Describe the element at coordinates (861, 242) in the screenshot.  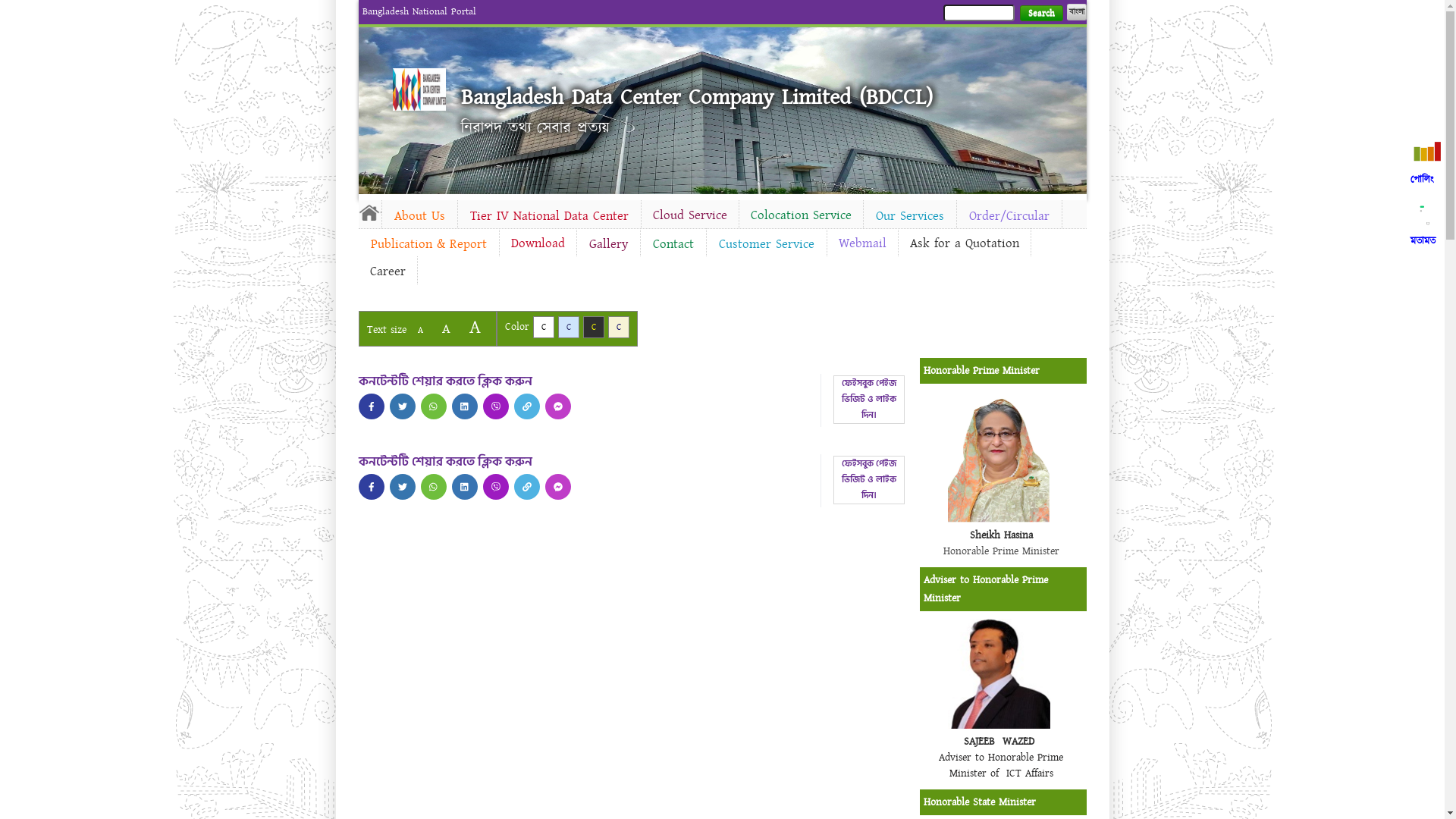
I see `'Webmail'` at that location.